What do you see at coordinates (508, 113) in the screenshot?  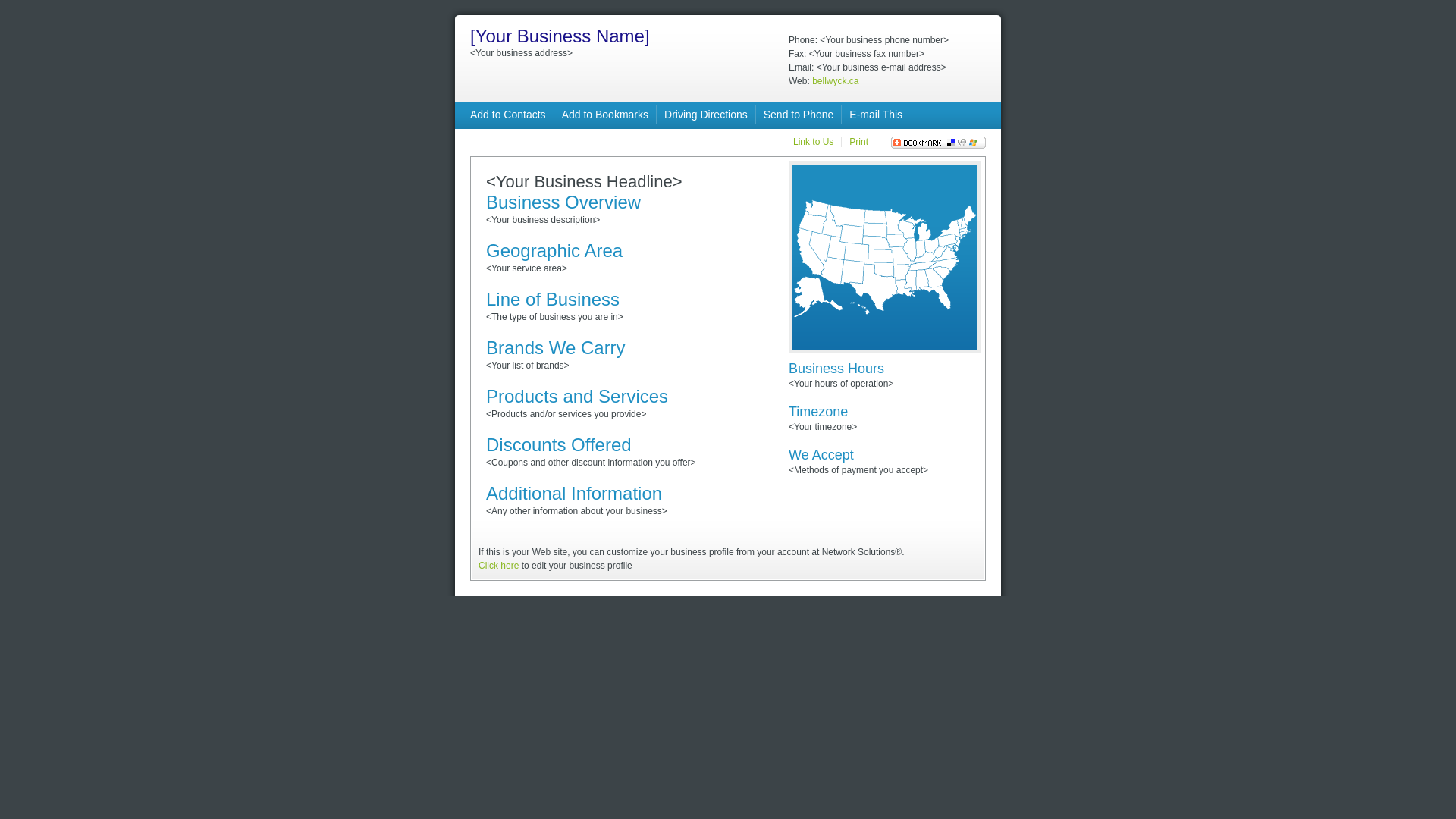 I see `'Add to Contacts'` at bounding box center [508, 113].